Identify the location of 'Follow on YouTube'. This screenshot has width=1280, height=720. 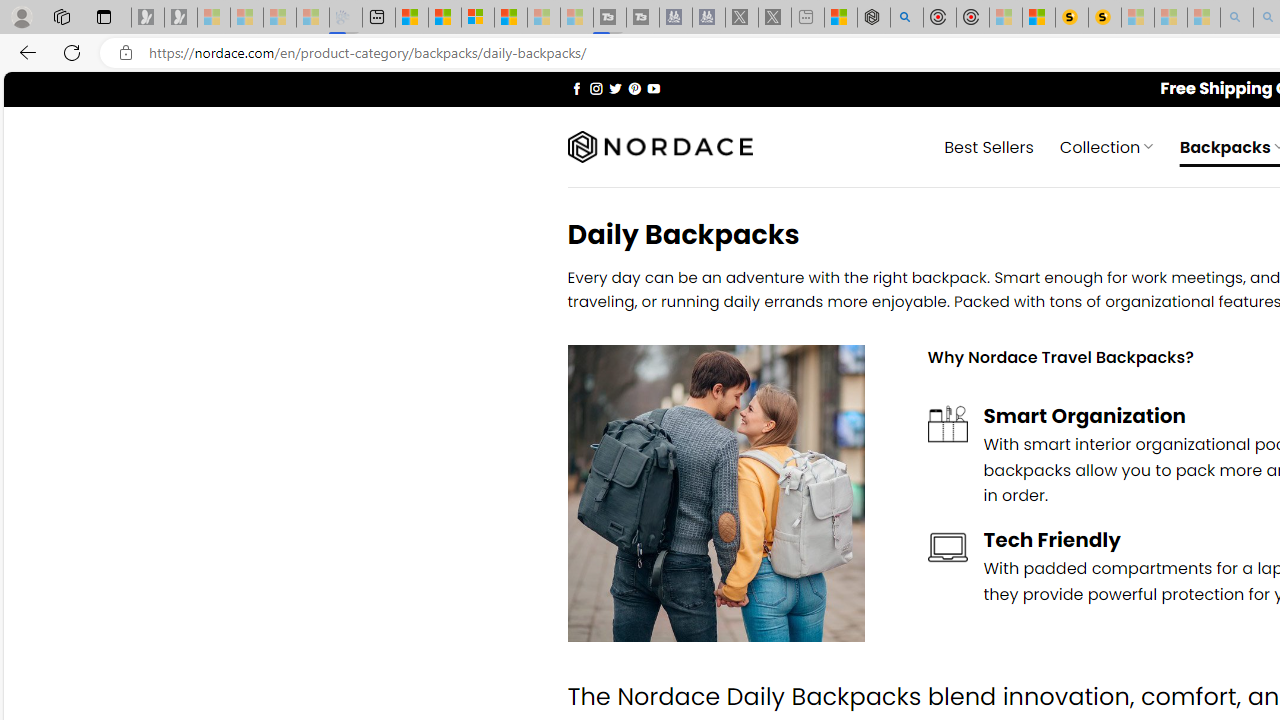
(653, 87).